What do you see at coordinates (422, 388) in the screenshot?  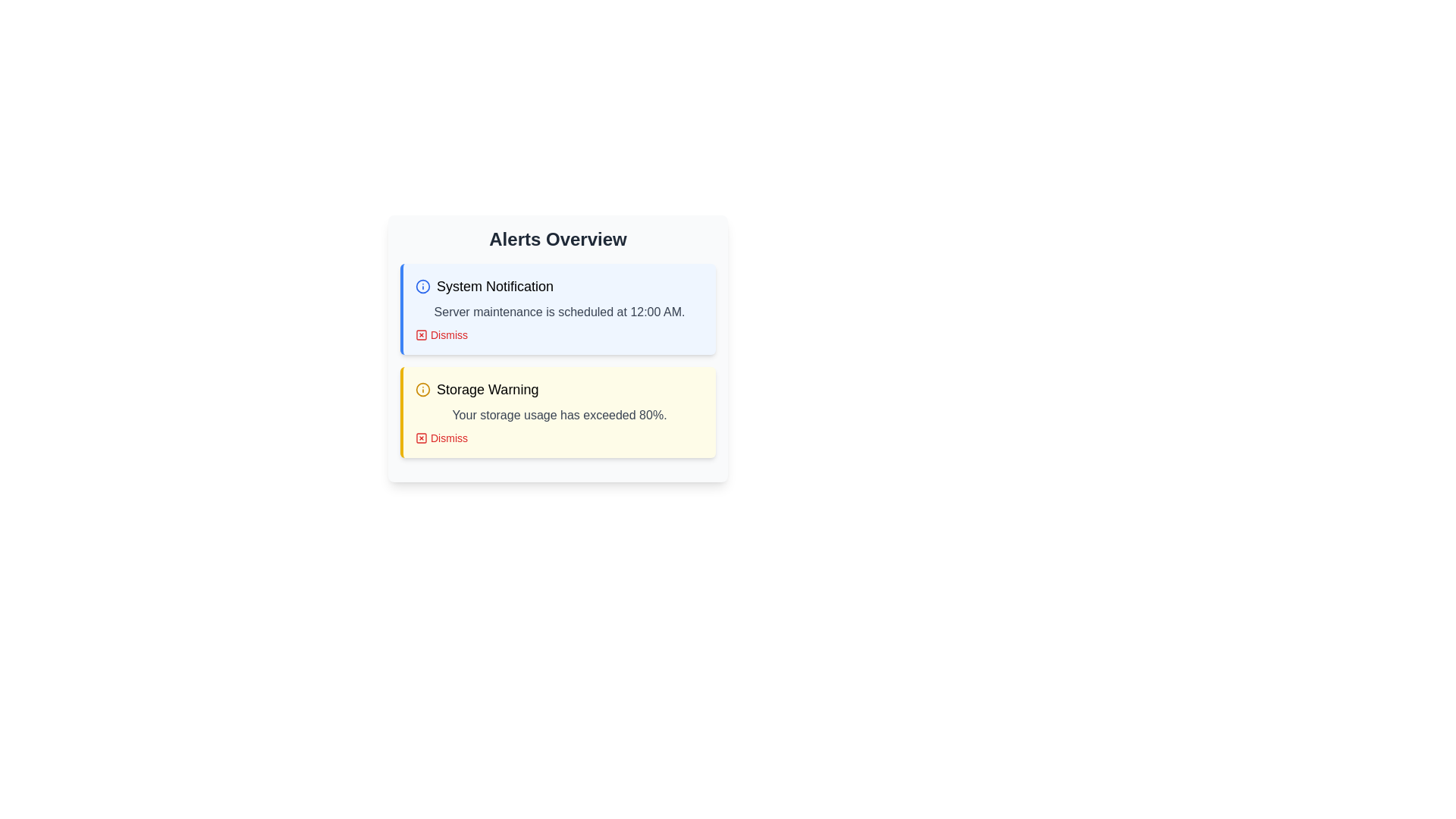 I see `the informational alert icon located to the left of the 'Storage Warning' text in the 'Alerts Overview' section, which is surrounded by a yellow background` at bounding box center [422, 388].